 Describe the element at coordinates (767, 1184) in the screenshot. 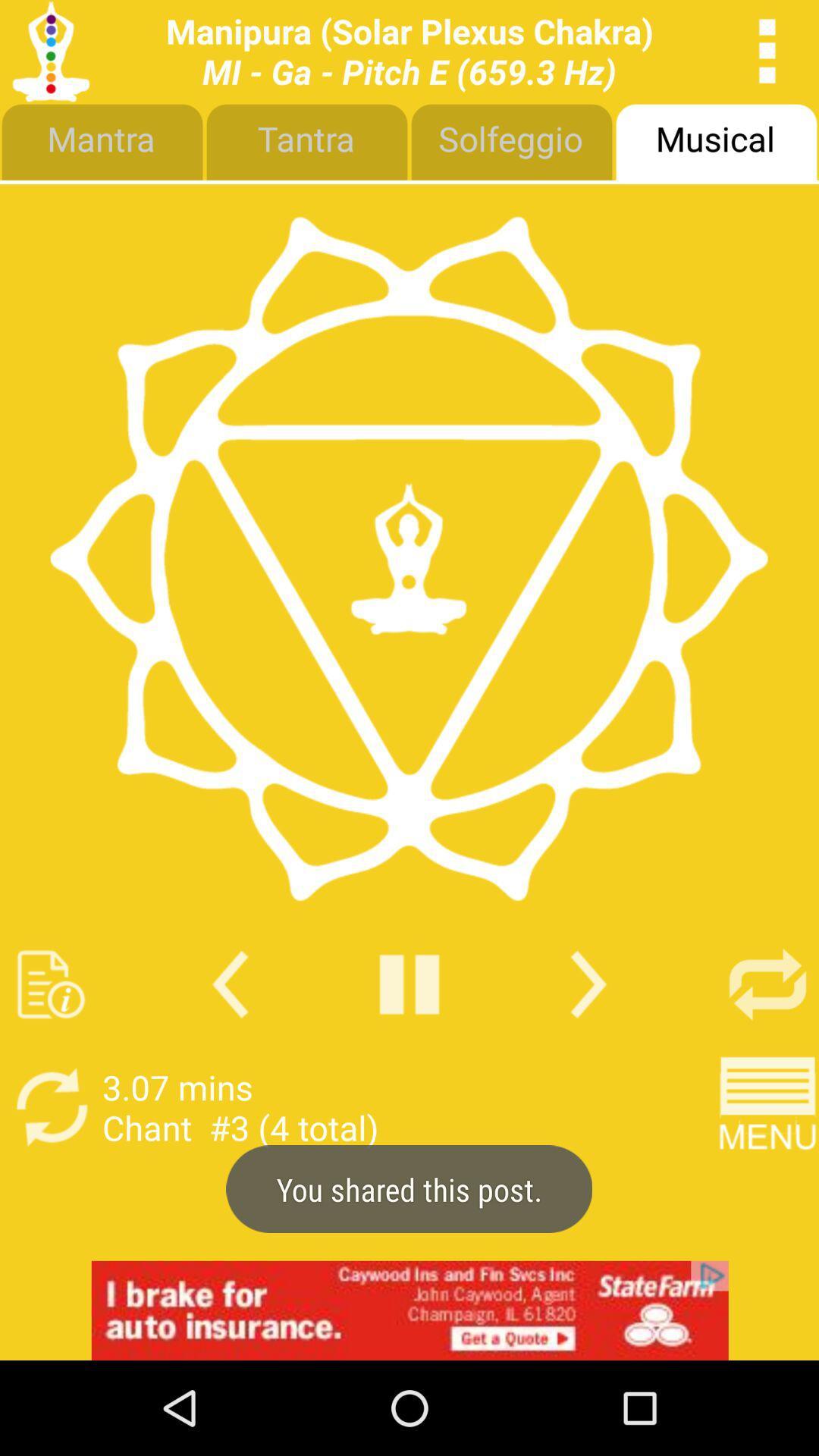

I see `the menu icon` at that location.